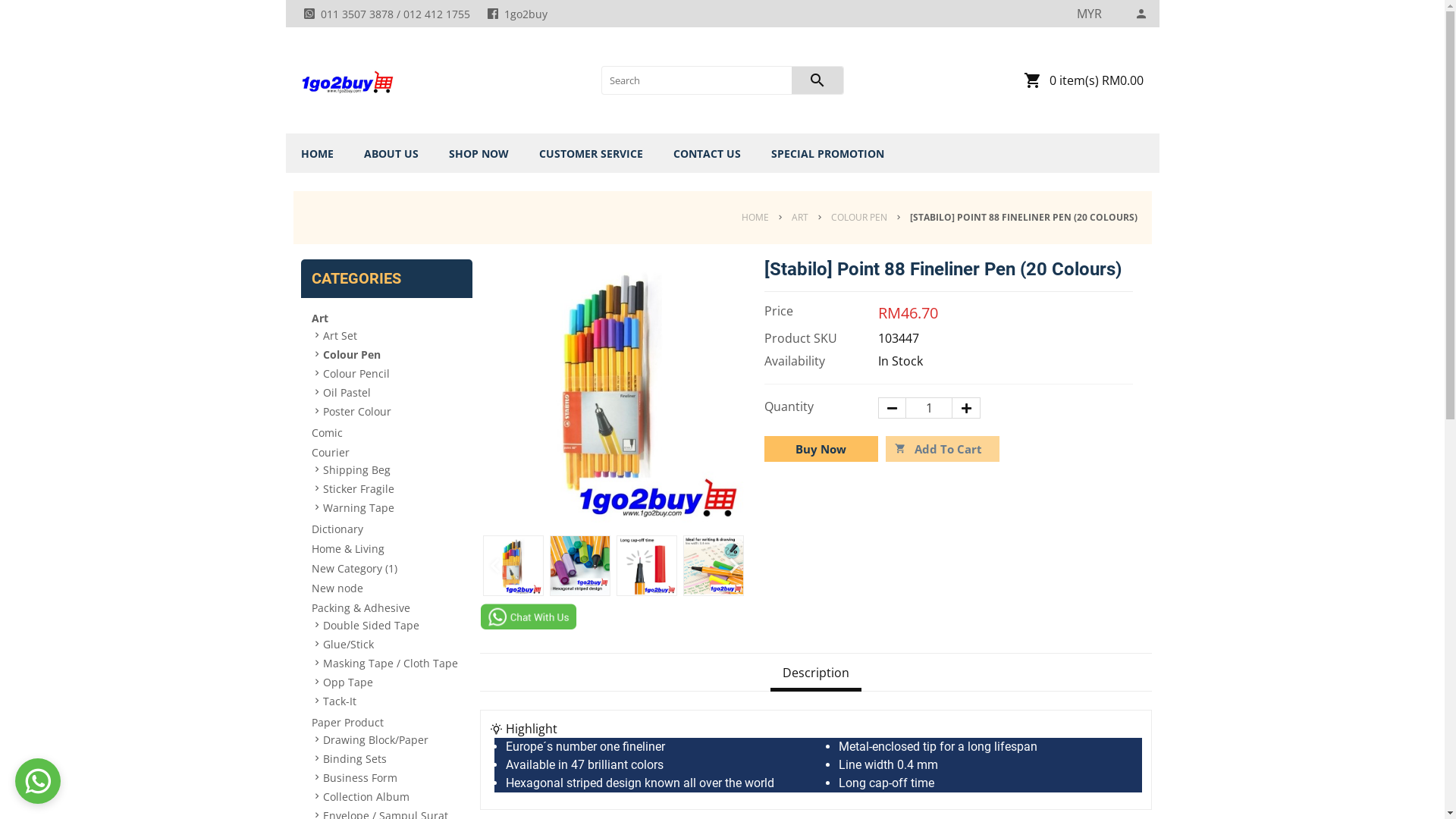 This screenshot has width=1456, height=819. What do you see at coordinates (392, 643) in the screenshot?
I see `'Glue/Stick'` at bounding box center [392, 643].